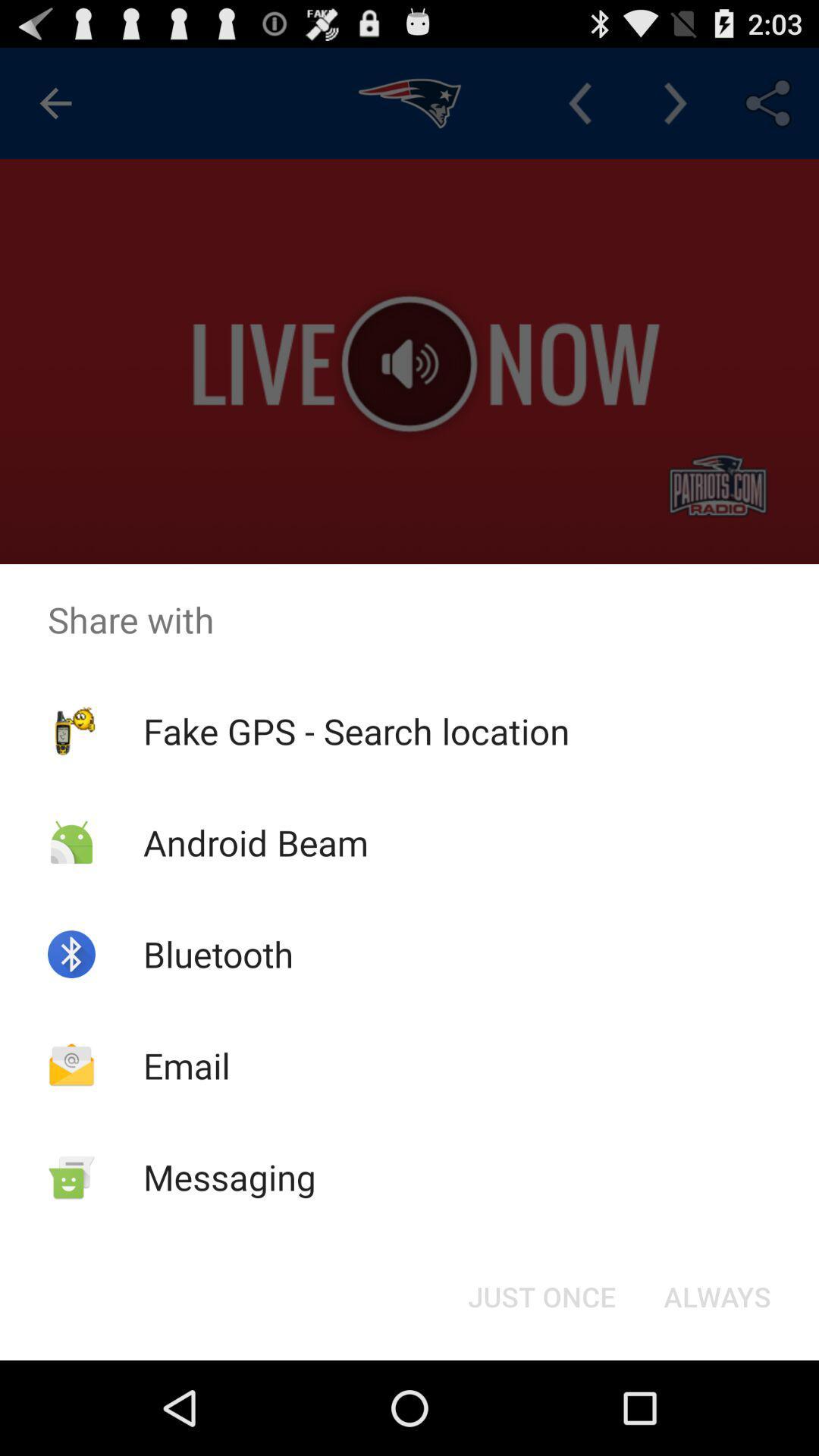 The width and height of the screenshot is (819, 1456). I want to click on always, so click(717, 1295).